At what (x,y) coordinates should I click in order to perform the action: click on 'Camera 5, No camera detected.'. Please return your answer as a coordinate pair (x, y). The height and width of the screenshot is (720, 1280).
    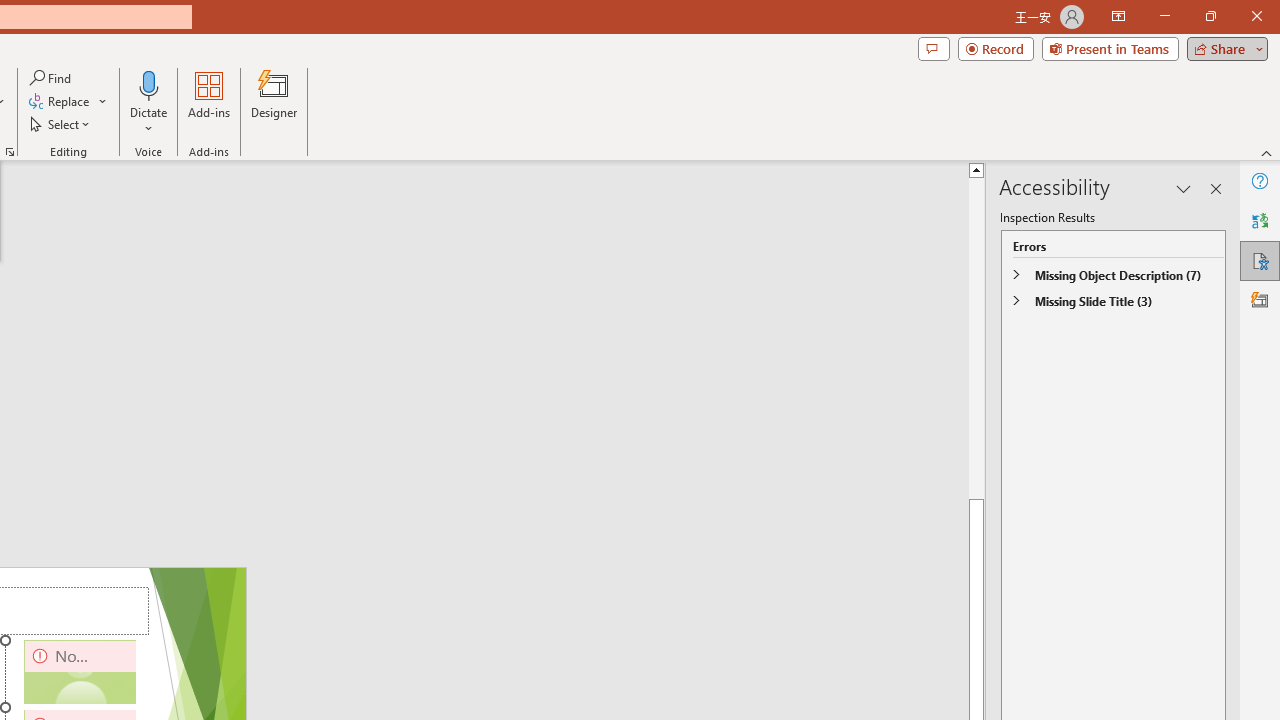
    Looking at the image, I should click on (80, 672).